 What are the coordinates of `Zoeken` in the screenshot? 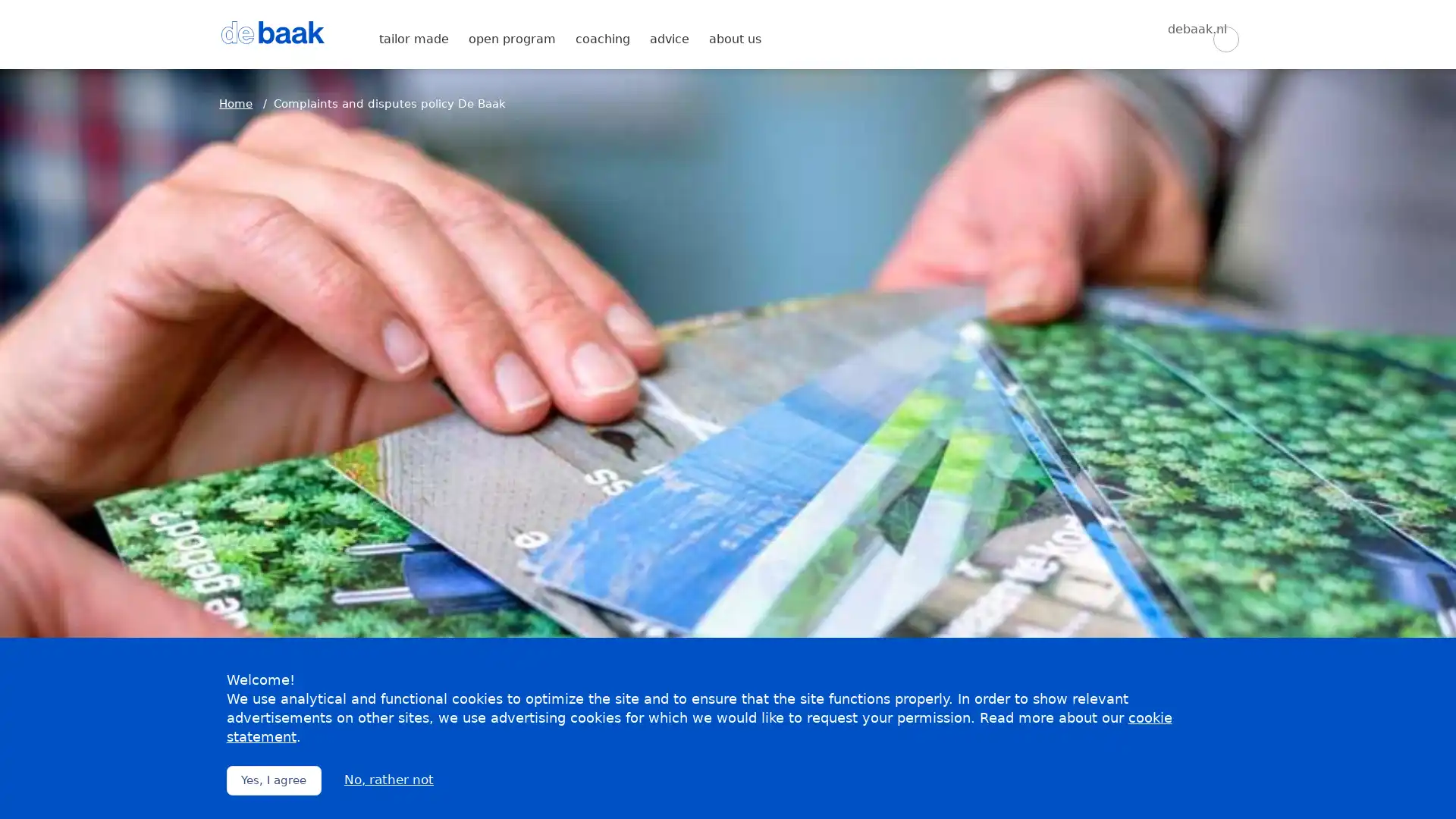 It's located at (1232, 79).